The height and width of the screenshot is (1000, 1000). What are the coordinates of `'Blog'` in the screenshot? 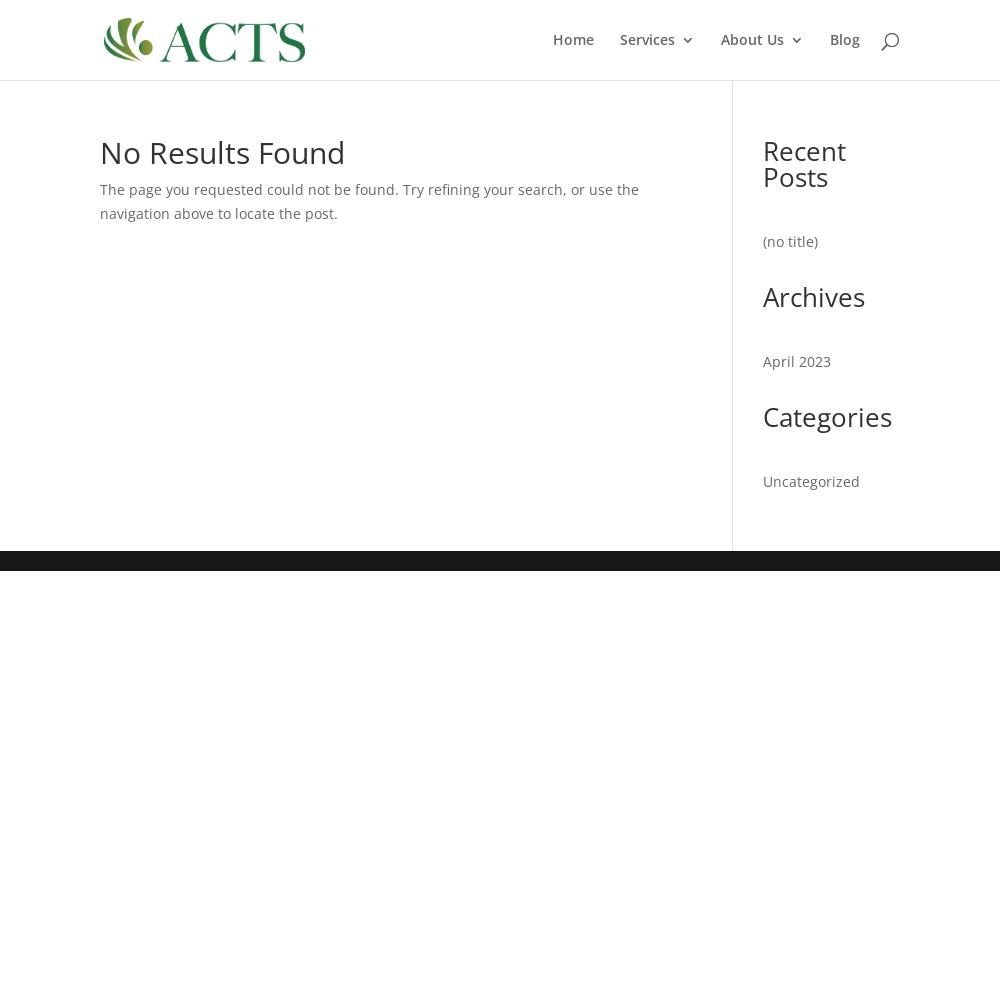 It's located at (844, 39).